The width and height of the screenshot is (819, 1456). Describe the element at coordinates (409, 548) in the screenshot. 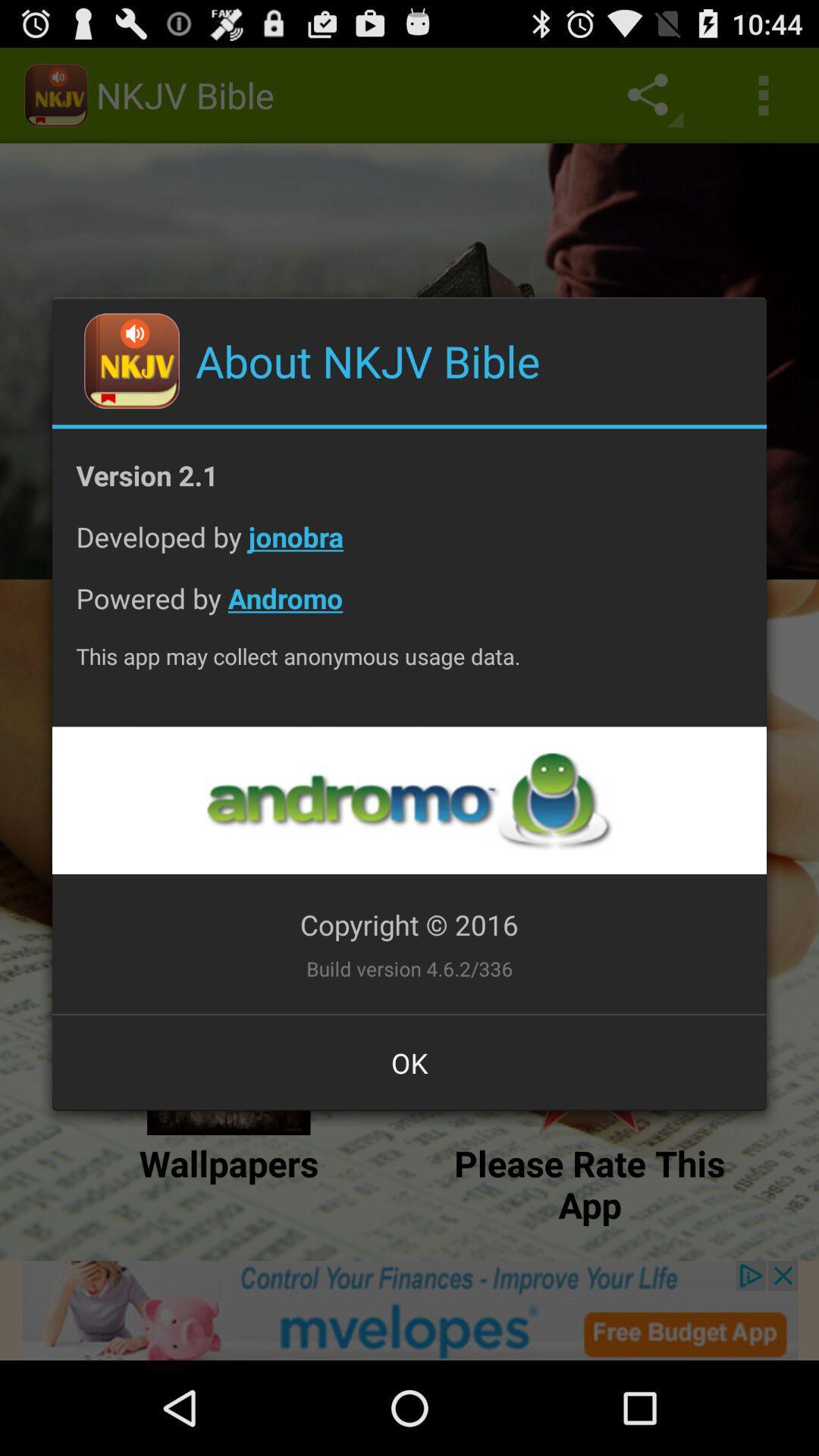

I see `app below the version 2.1 icon` at that location.